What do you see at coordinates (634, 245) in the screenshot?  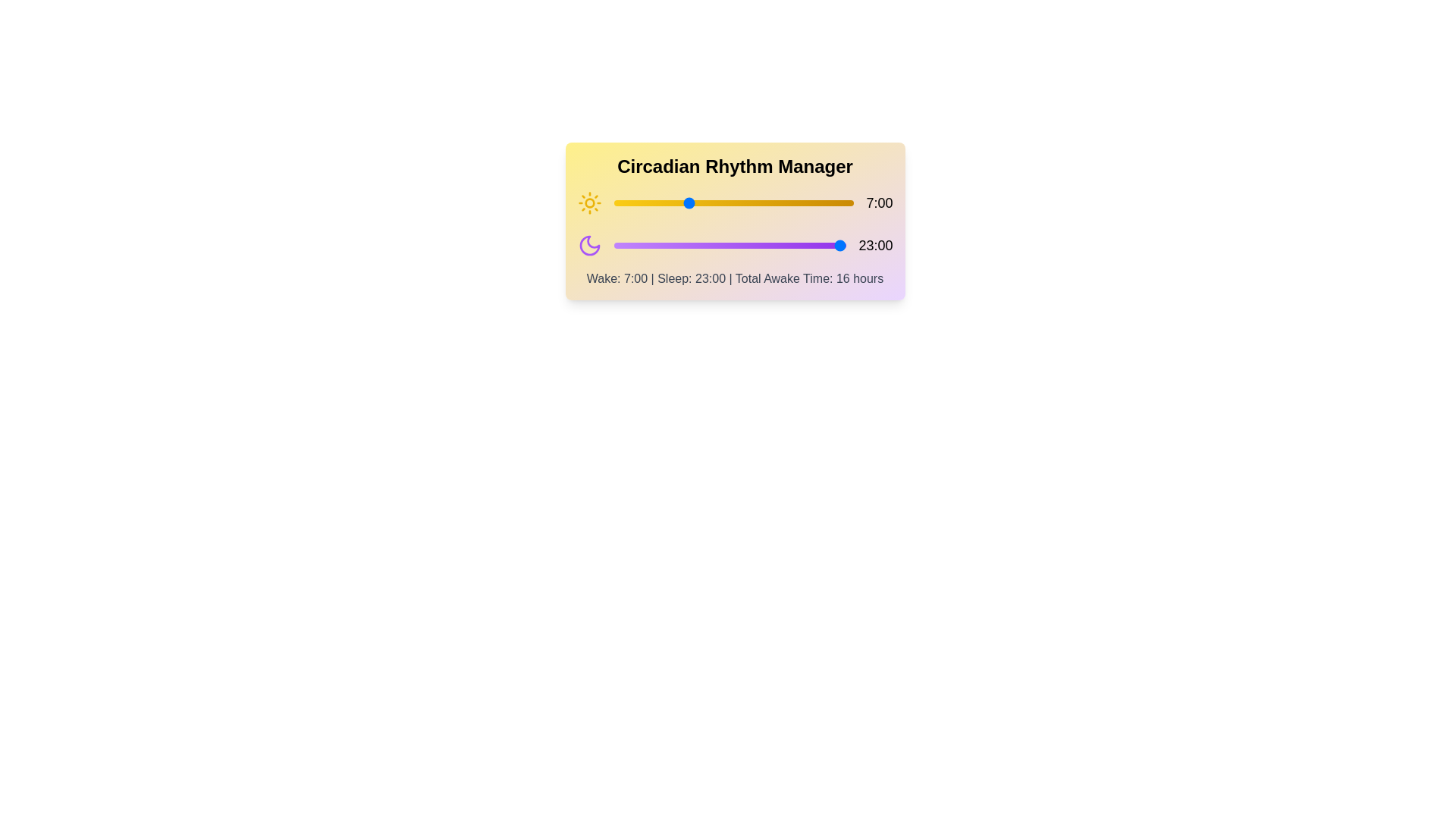 I see `the sleep hour slider to 2` at bounding box center [634, 245].